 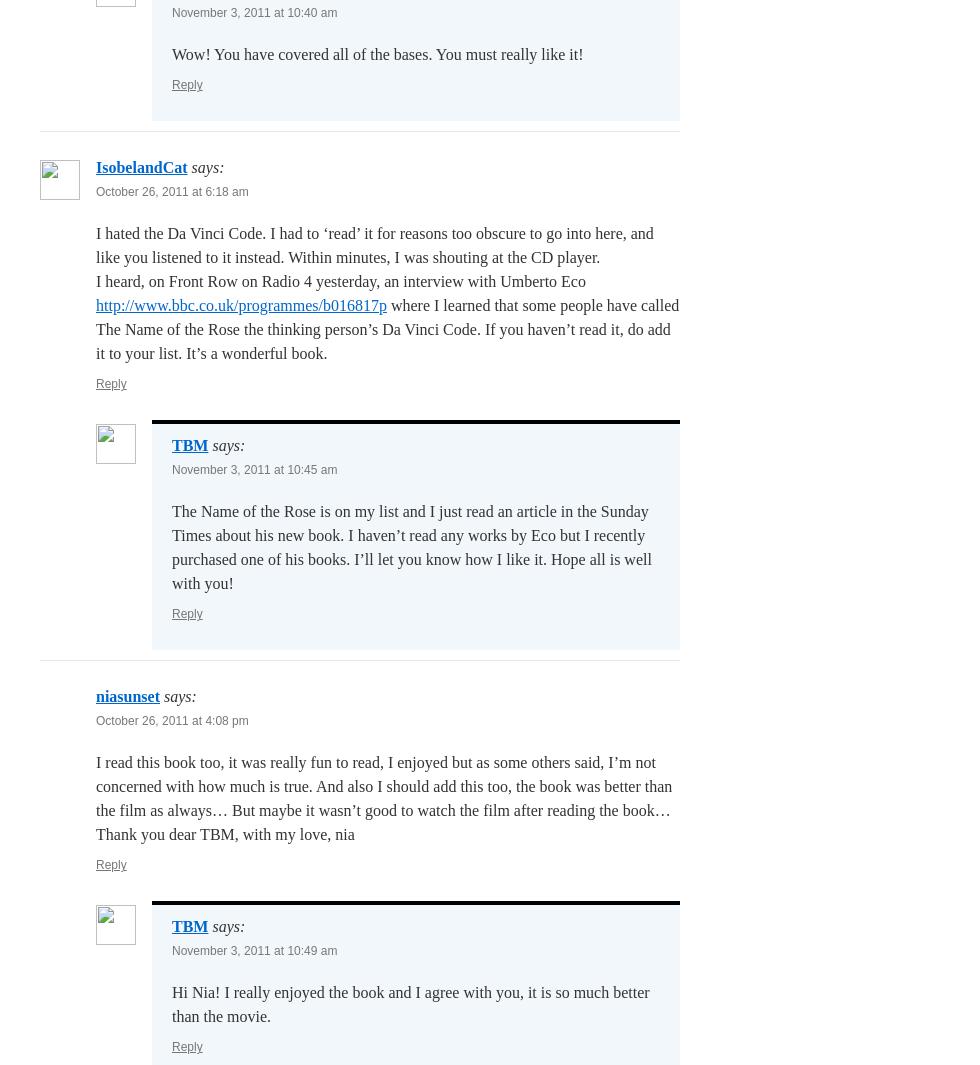 What do you see at coordinates (127, 696) in the screenshot?
I see `'niasunset'` at bounding box center [127, 696].